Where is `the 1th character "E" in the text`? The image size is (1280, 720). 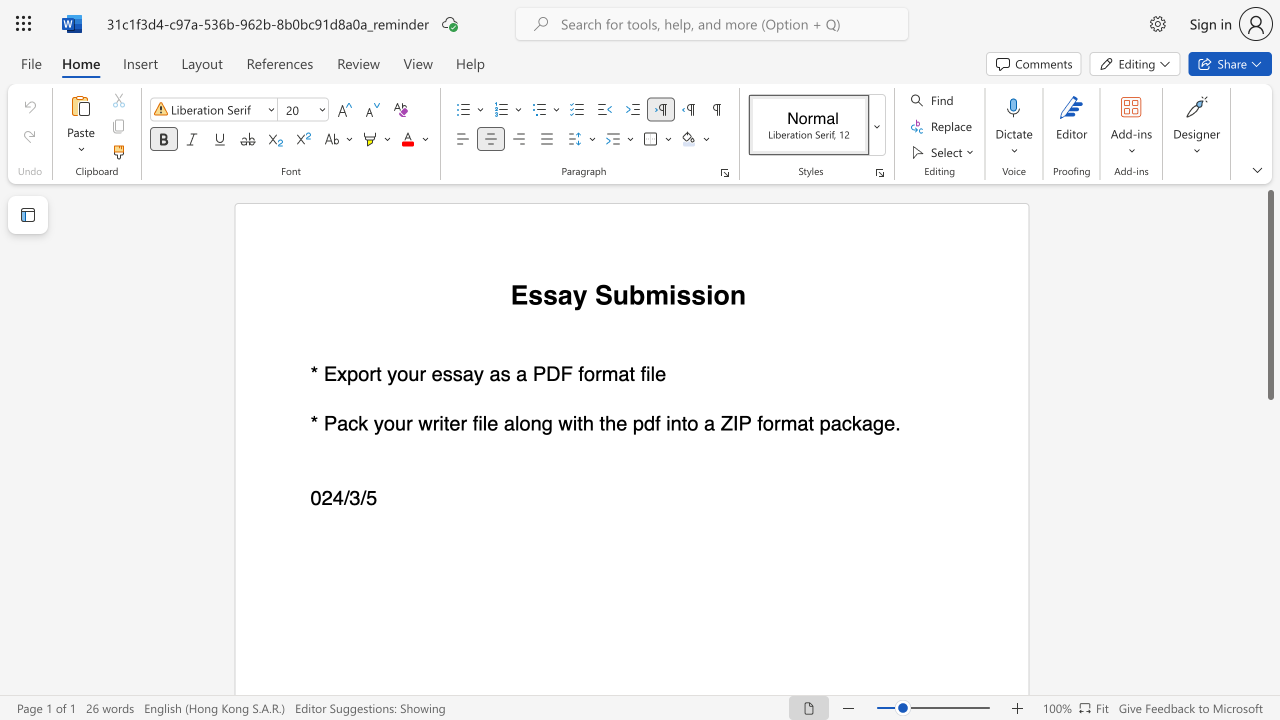
the 1th character "E" in the text is located at coordinates (519, 295).